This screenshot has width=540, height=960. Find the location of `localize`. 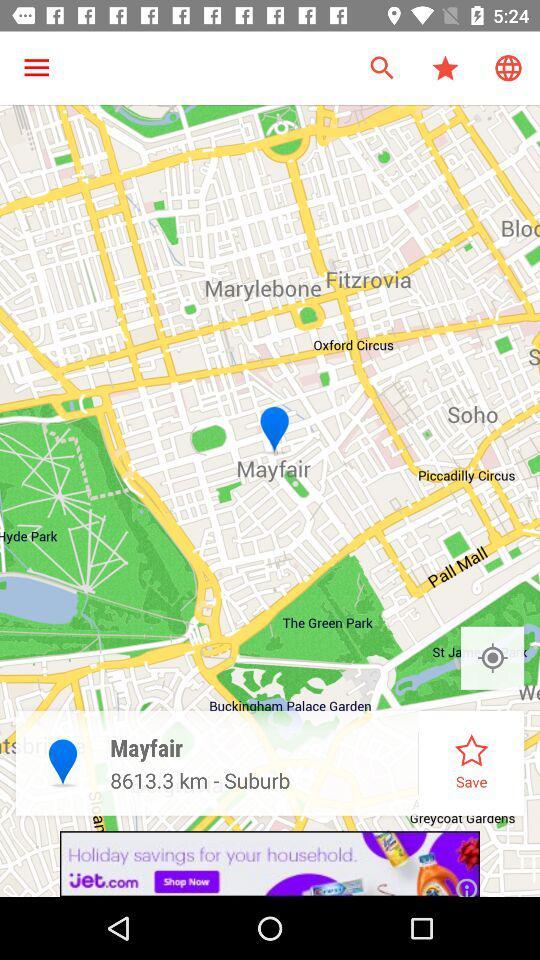

localize is located at coordinates (491, 657).